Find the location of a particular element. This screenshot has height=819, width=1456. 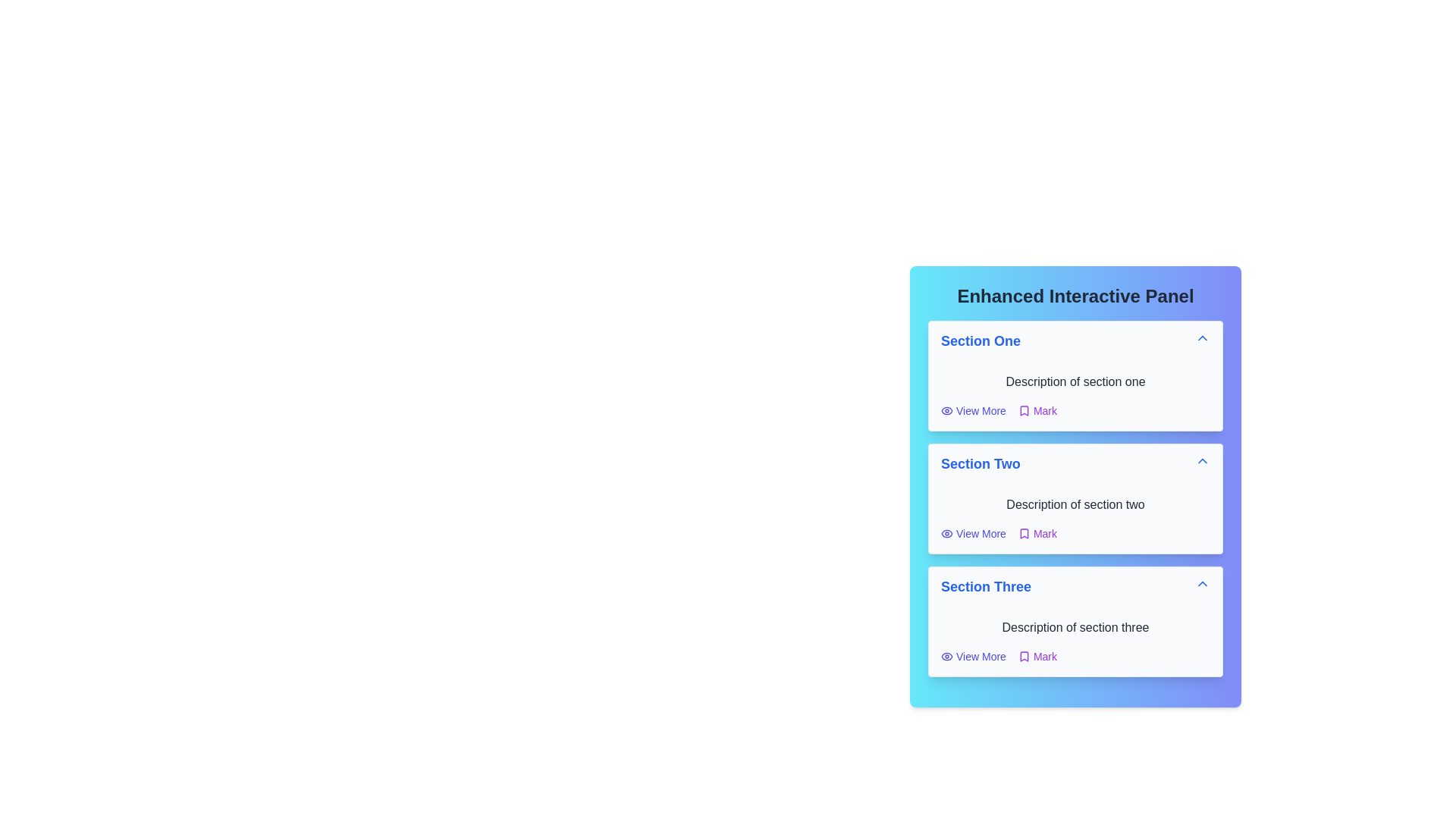

the toggle button for 'Section Three' is located at coordinates (1075, 586).